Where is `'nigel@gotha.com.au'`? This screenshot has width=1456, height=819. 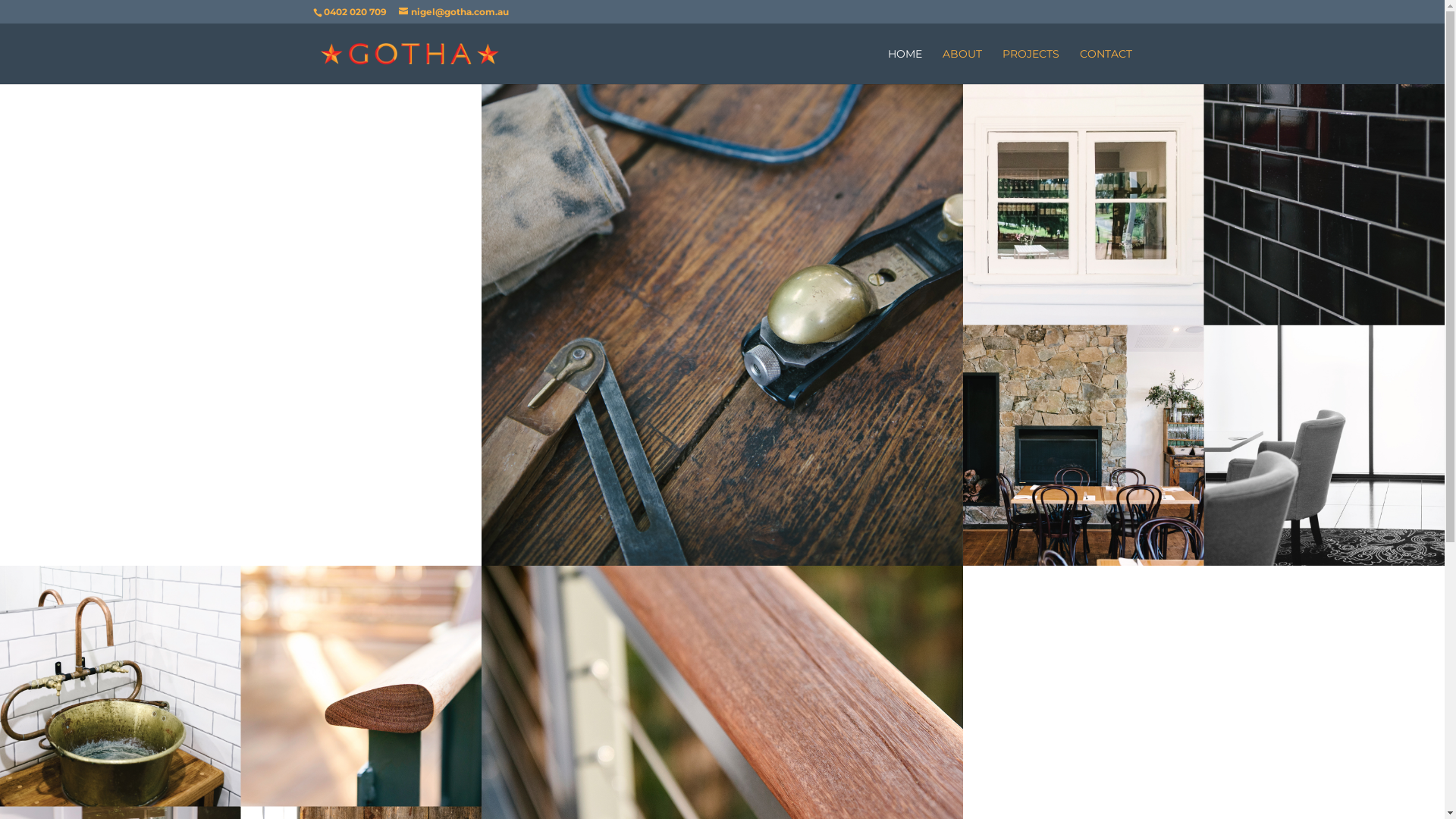
'nigel@gotha.com.au' is located at coordinates (453, 11).